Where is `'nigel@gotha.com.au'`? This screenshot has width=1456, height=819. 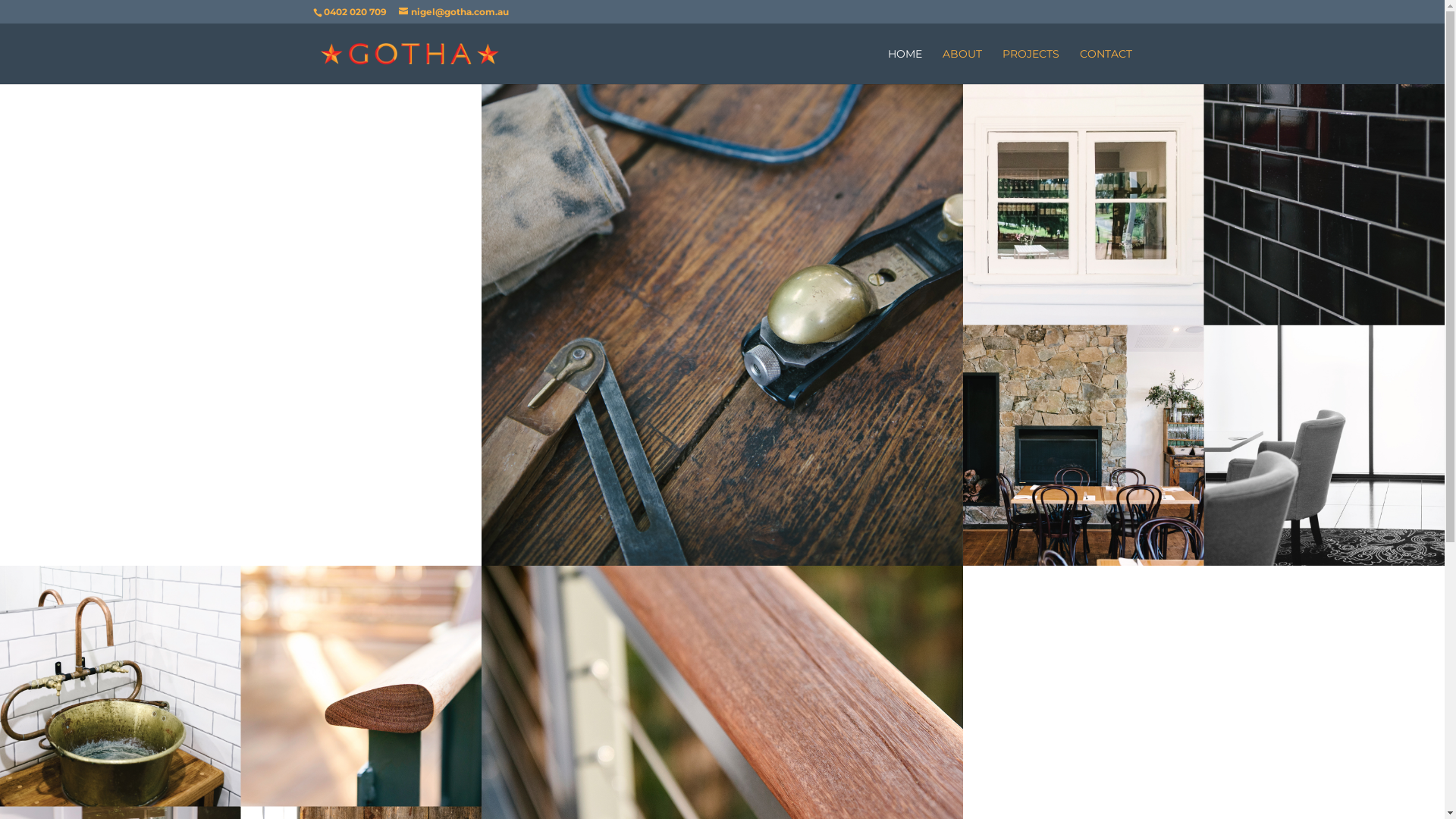
'nigel@gotha.com.au' is located at coordinates (453, 11).